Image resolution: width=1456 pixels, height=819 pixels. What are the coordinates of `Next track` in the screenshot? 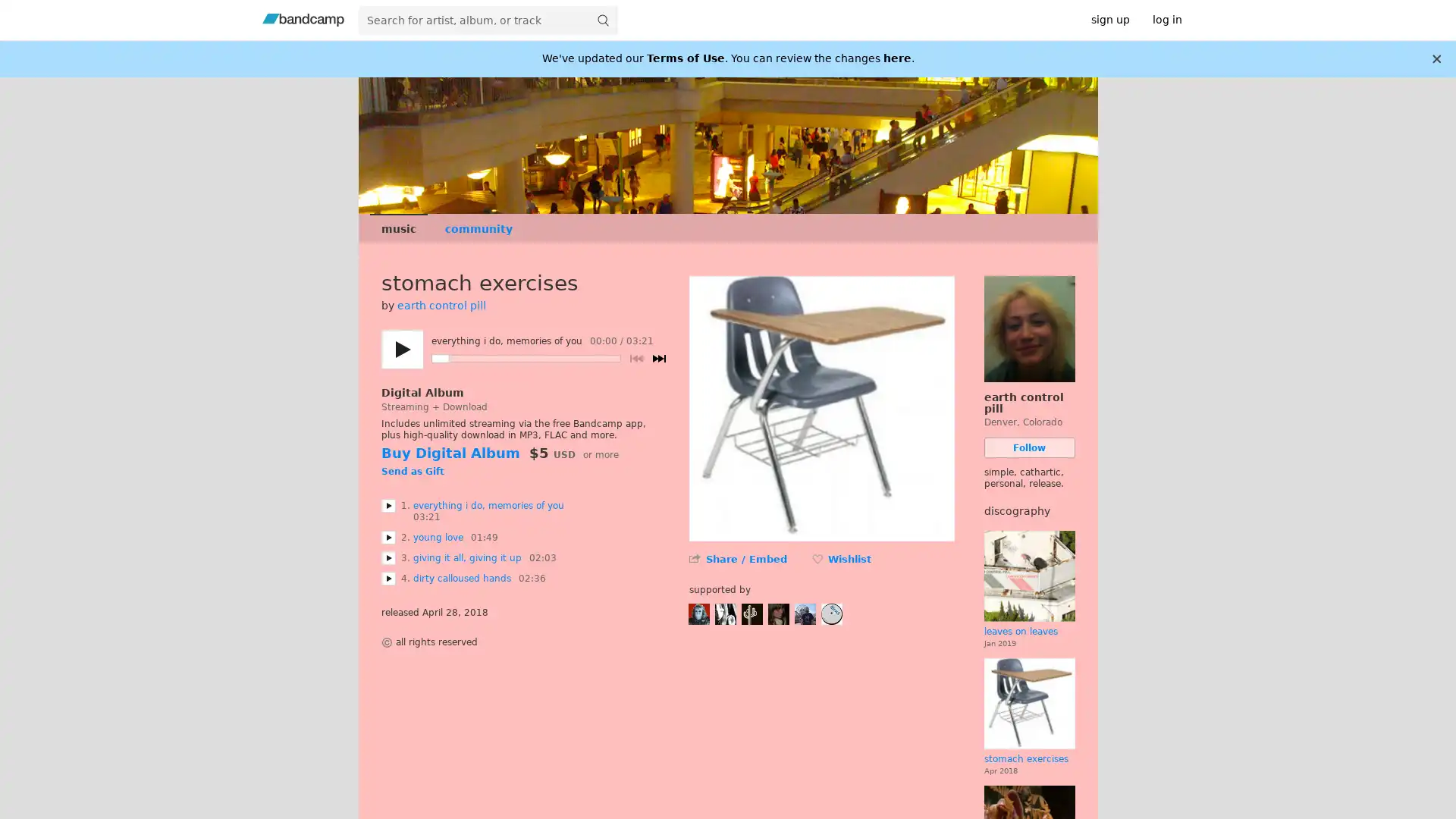 It's located at (658, 359).